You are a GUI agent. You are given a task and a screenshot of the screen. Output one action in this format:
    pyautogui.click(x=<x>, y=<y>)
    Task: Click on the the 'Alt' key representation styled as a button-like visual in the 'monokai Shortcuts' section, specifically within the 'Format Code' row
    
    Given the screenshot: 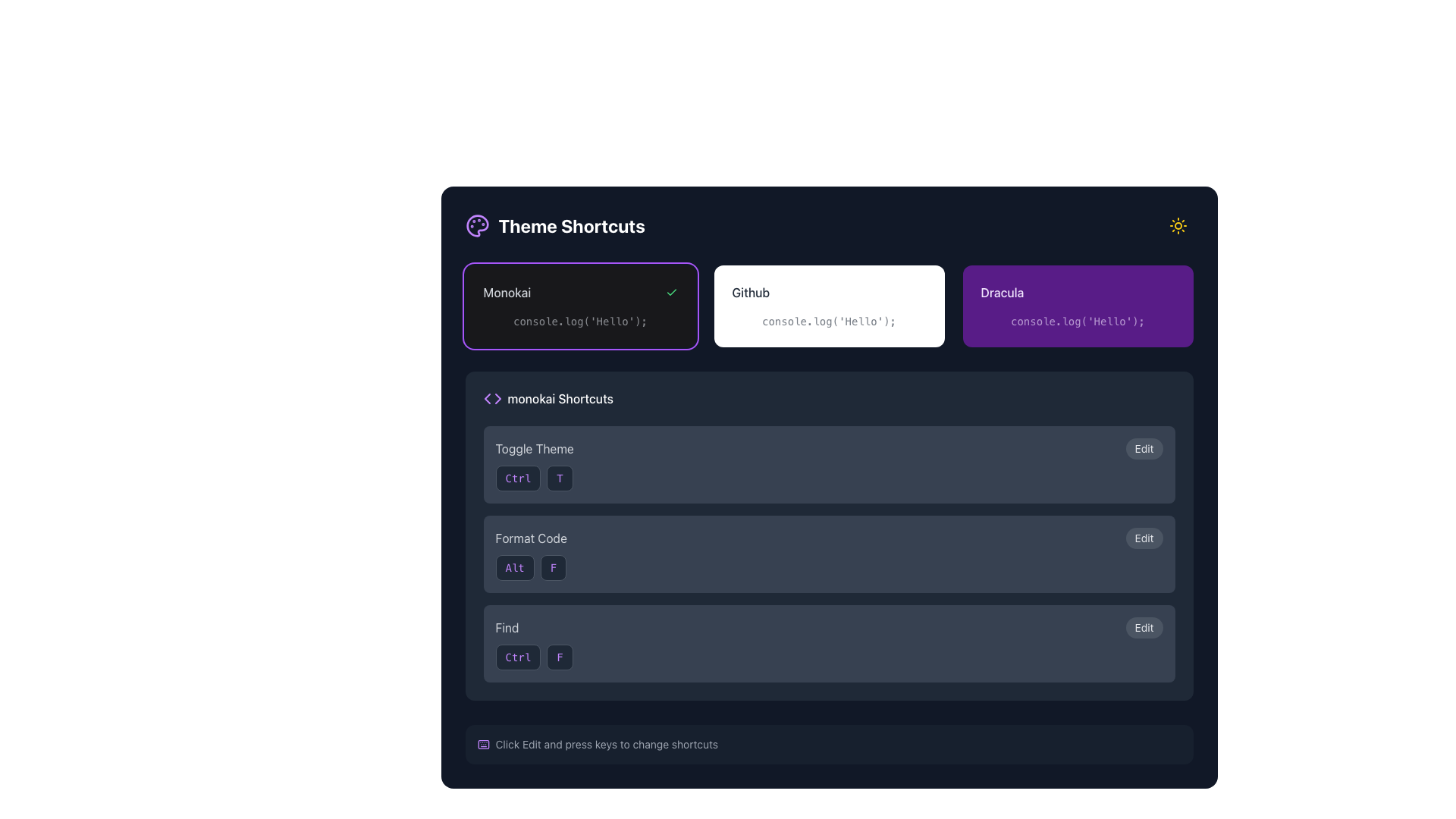 What is the action you would take?
    pyautogui.click(x=515, y=567)
    